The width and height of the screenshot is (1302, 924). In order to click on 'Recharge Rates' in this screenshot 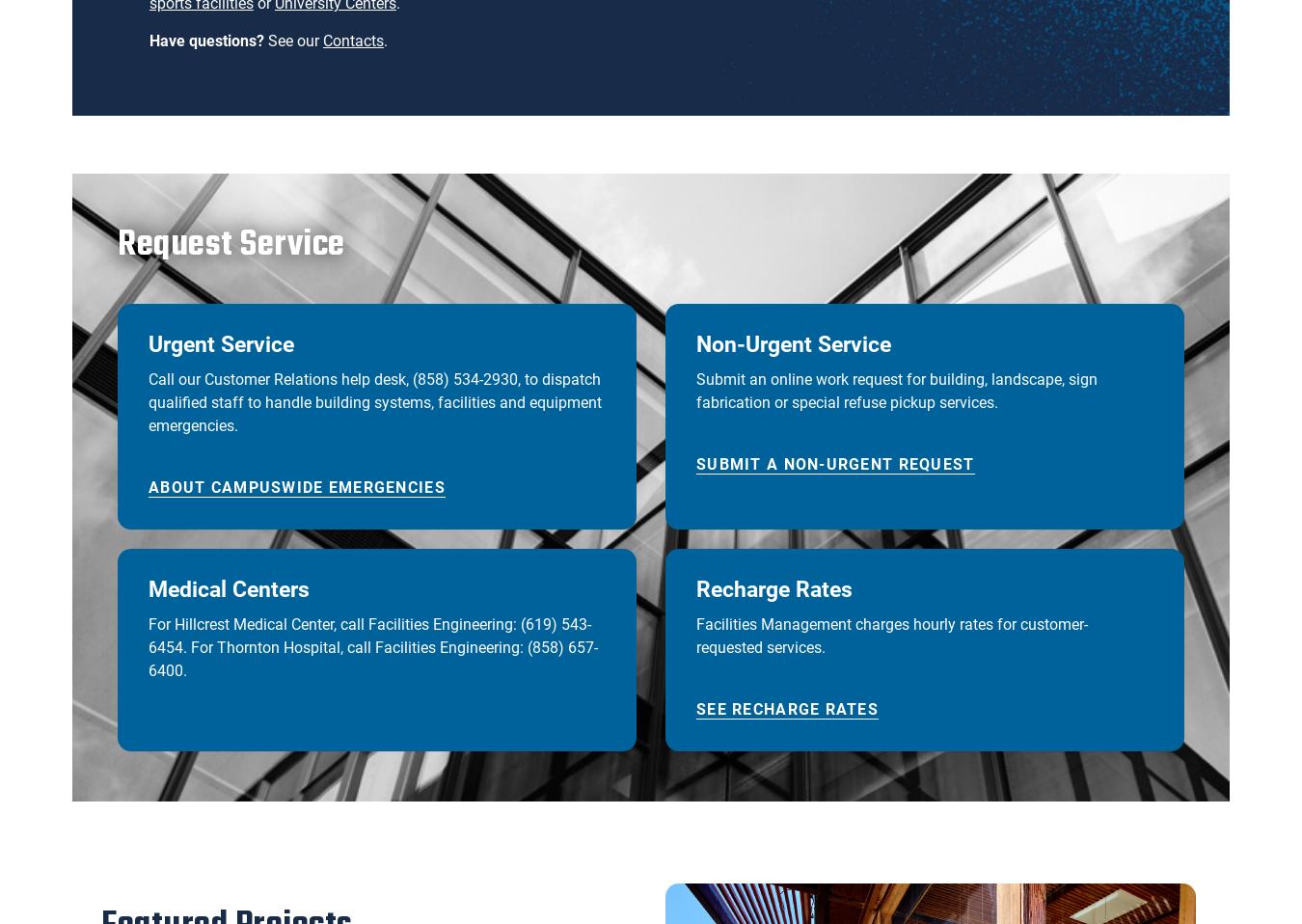, I will do `click(773, 589)`.